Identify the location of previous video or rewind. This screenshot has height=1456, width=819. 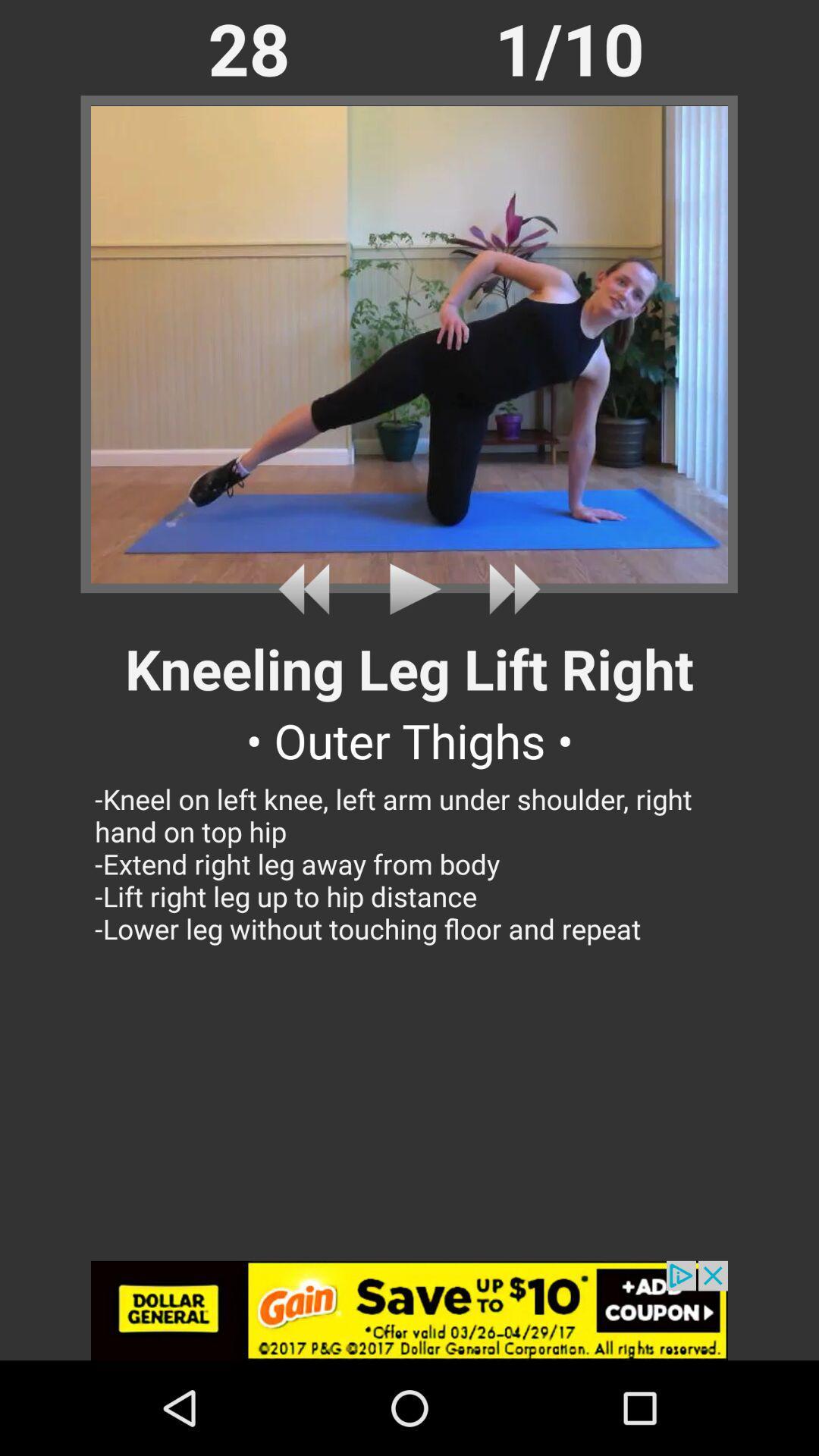
(309, 588).